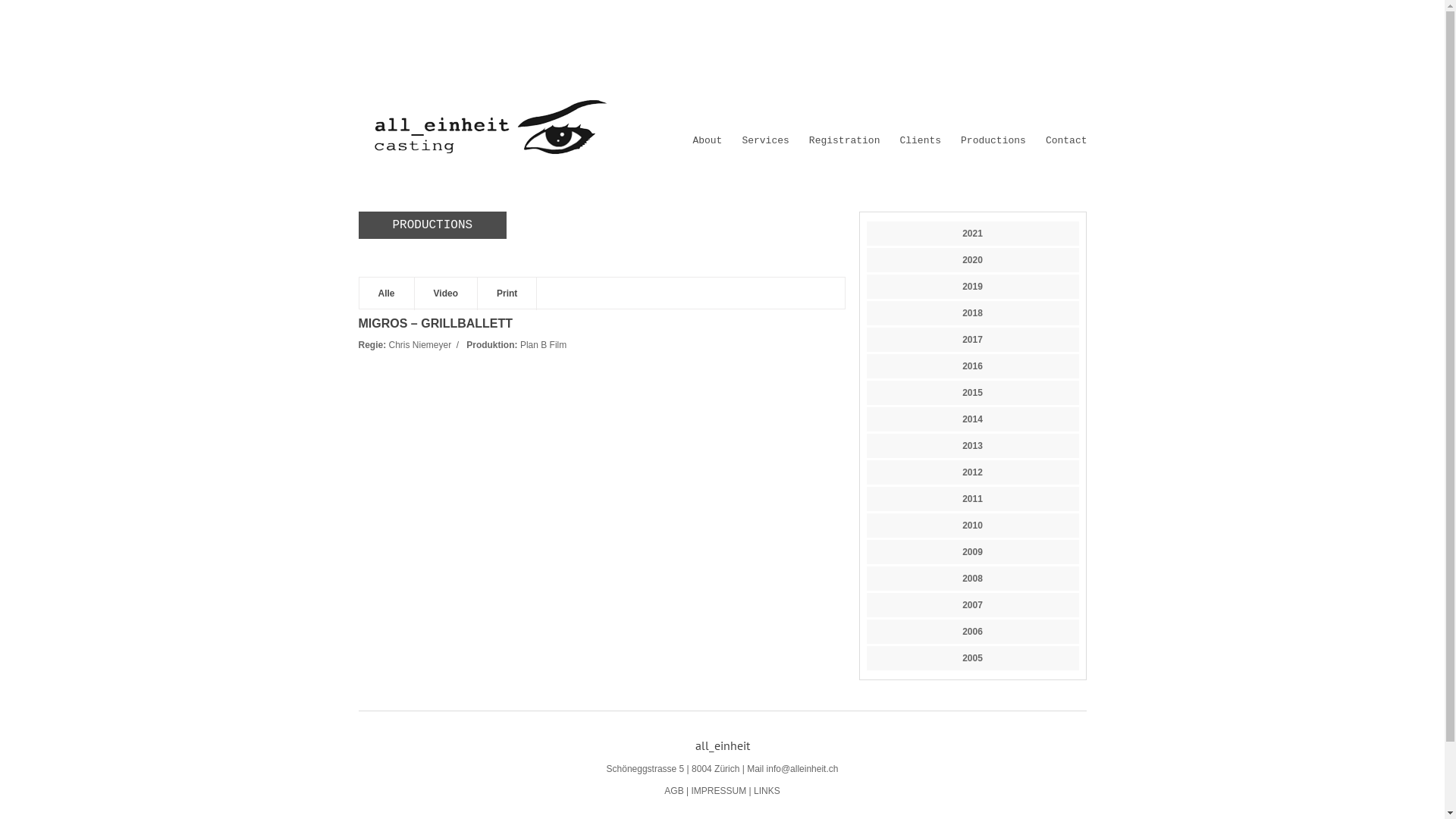 This screenshot has width=1456, height=819. What do you see at coordinates (961, 499) in the screenshot?
I see `'2011'` at bounding box center [961, 499].